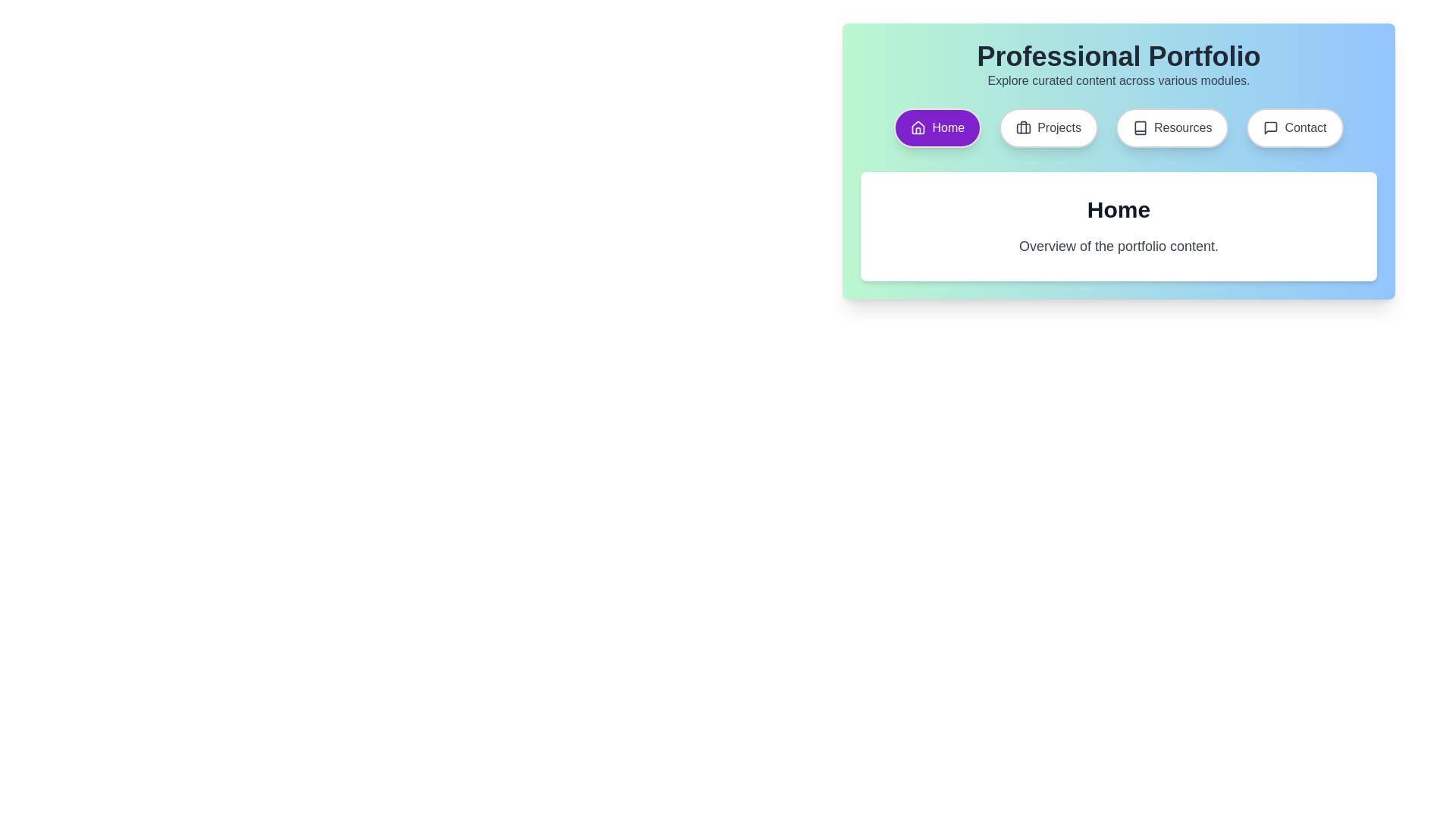 This screenshot has height=819, width=1456. Describe the element at coordinates (1294, 127) in the screenshot. I see `the Contact tab to view its content` at that location.